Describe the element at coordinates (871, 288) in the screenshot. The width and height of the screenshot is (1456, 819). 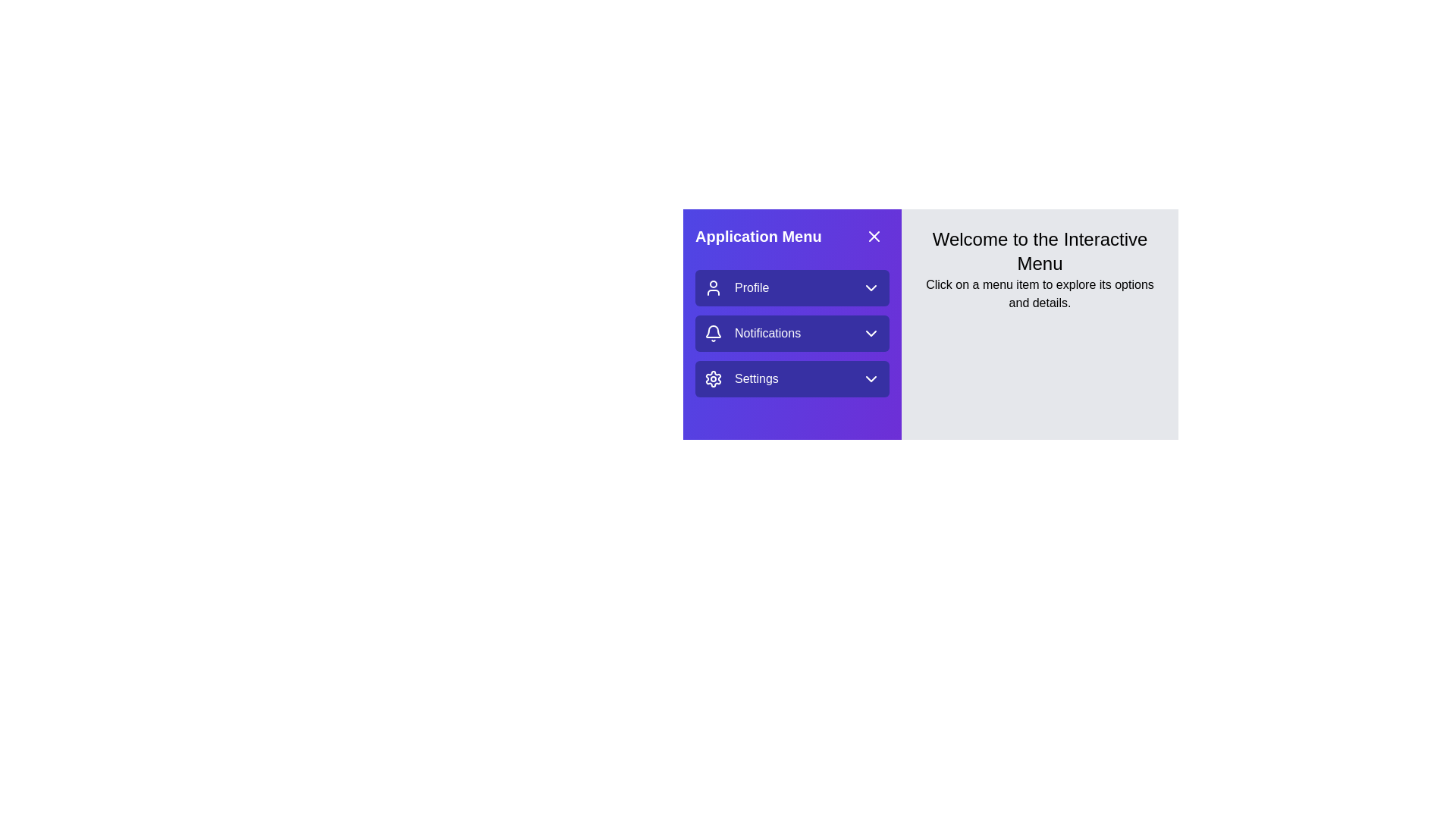
I see `the downward-pointing chevron icon located at the right end of the 'Profile' button in the vertical menu` at that location.